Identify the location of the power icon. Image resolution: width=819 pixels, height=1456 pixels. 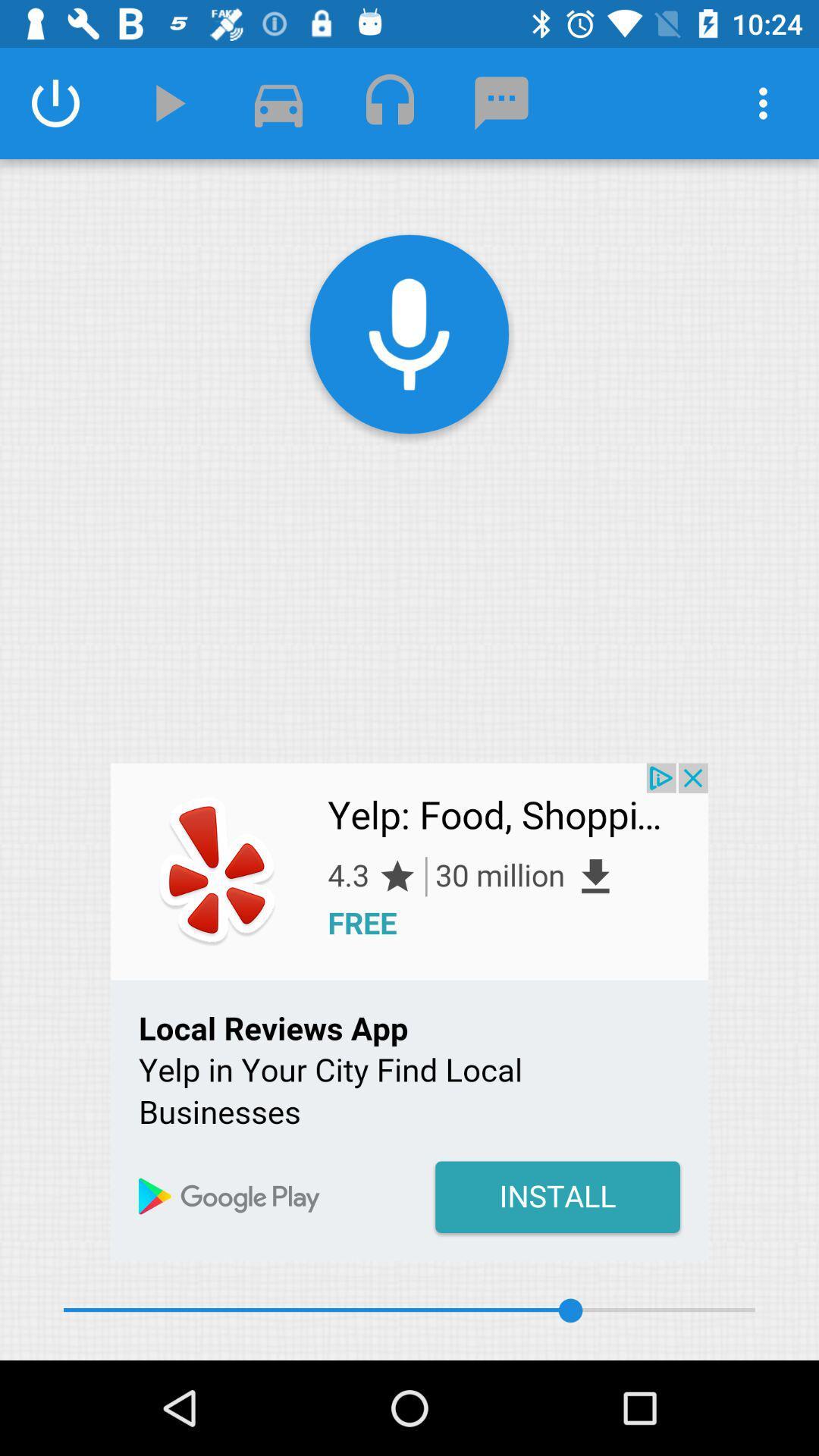
(55, 102).